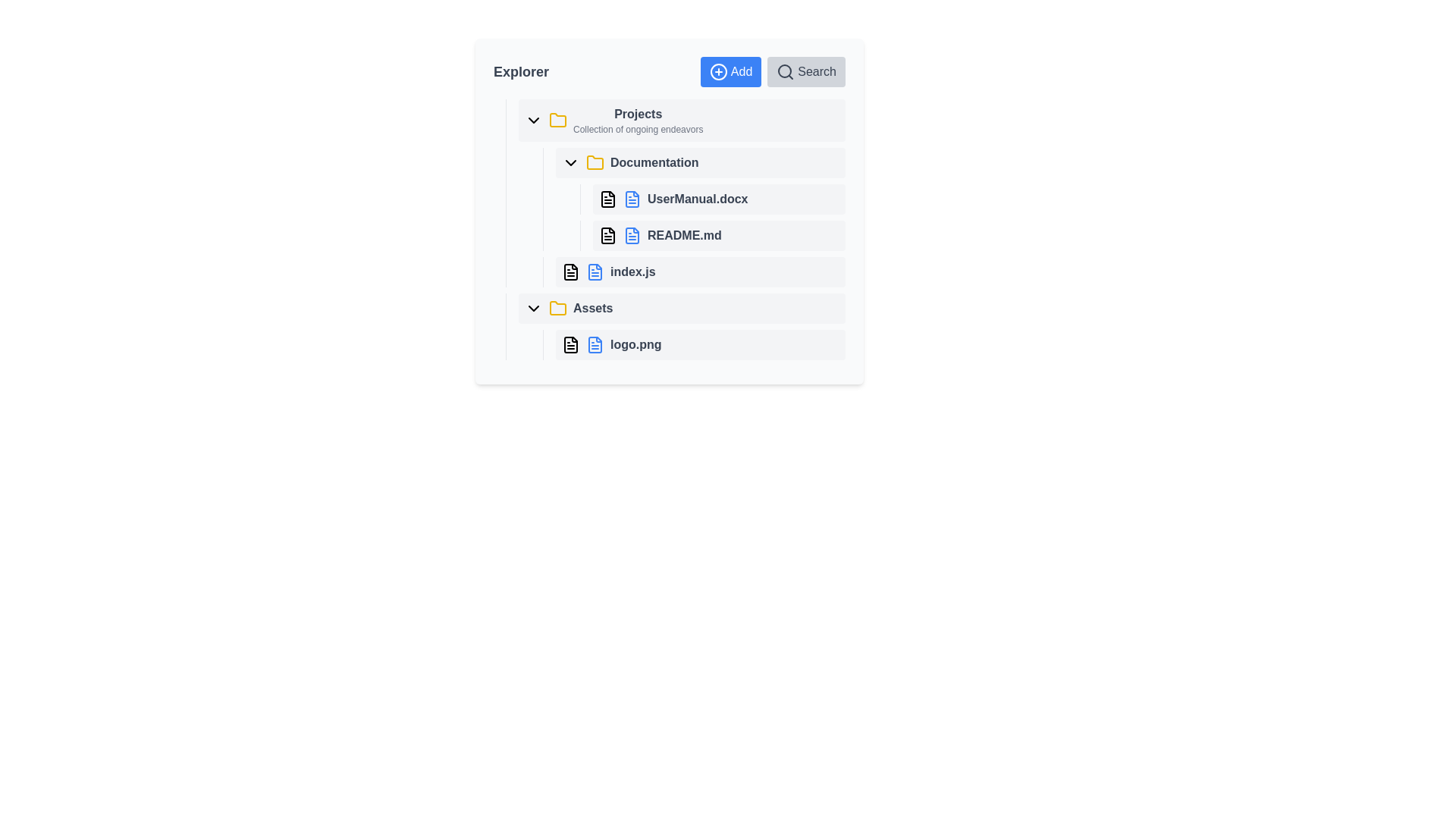 The width and height of the screenshot is (1456, 819). Describe the element at coordinates (635, 345) in the screenshot. I see `the text label that identifies the file named 'logo.png' within the 'Assets' folder in the file explorer interface` at that location.